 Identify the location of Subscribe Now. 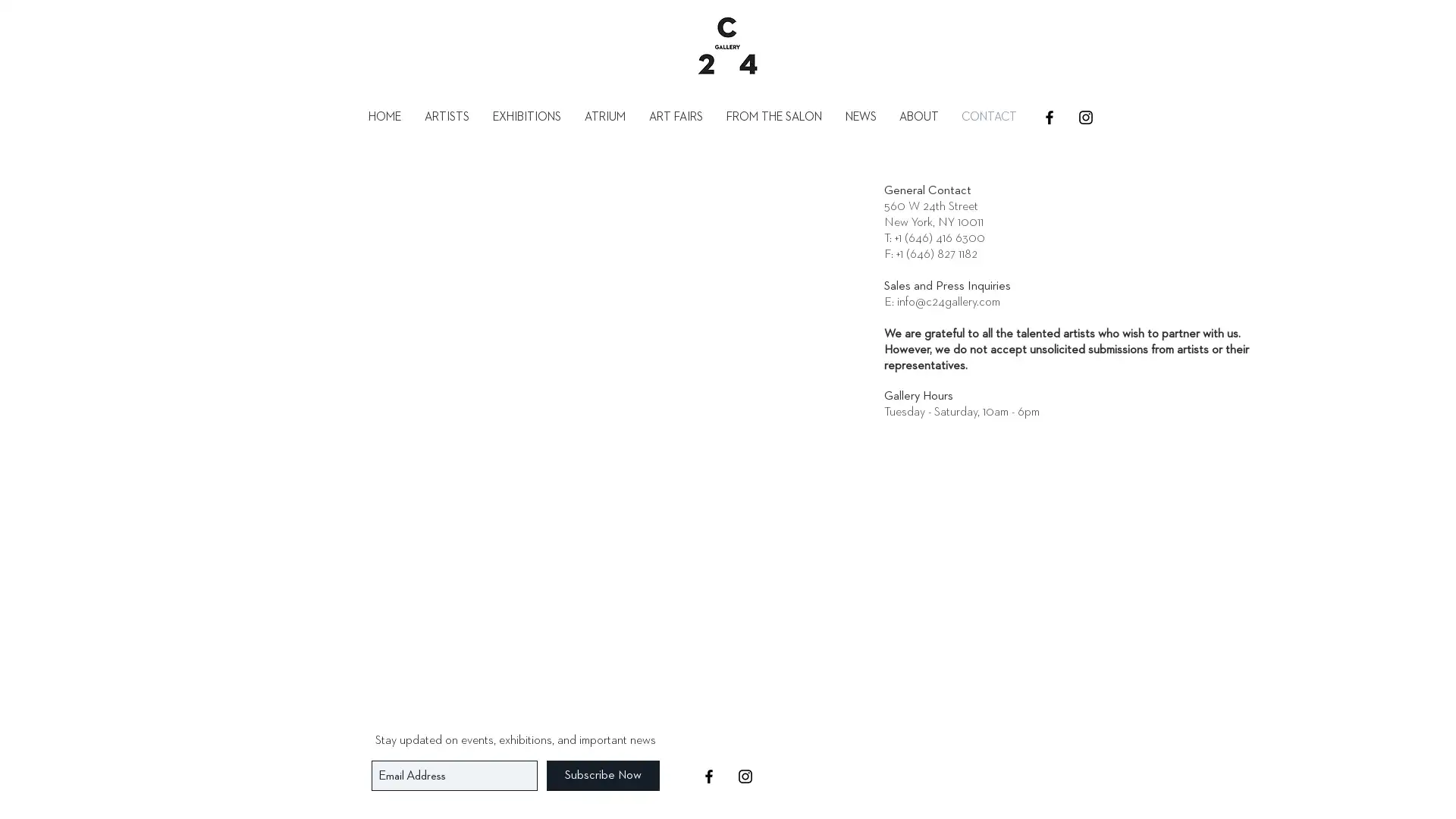
(602, 775).